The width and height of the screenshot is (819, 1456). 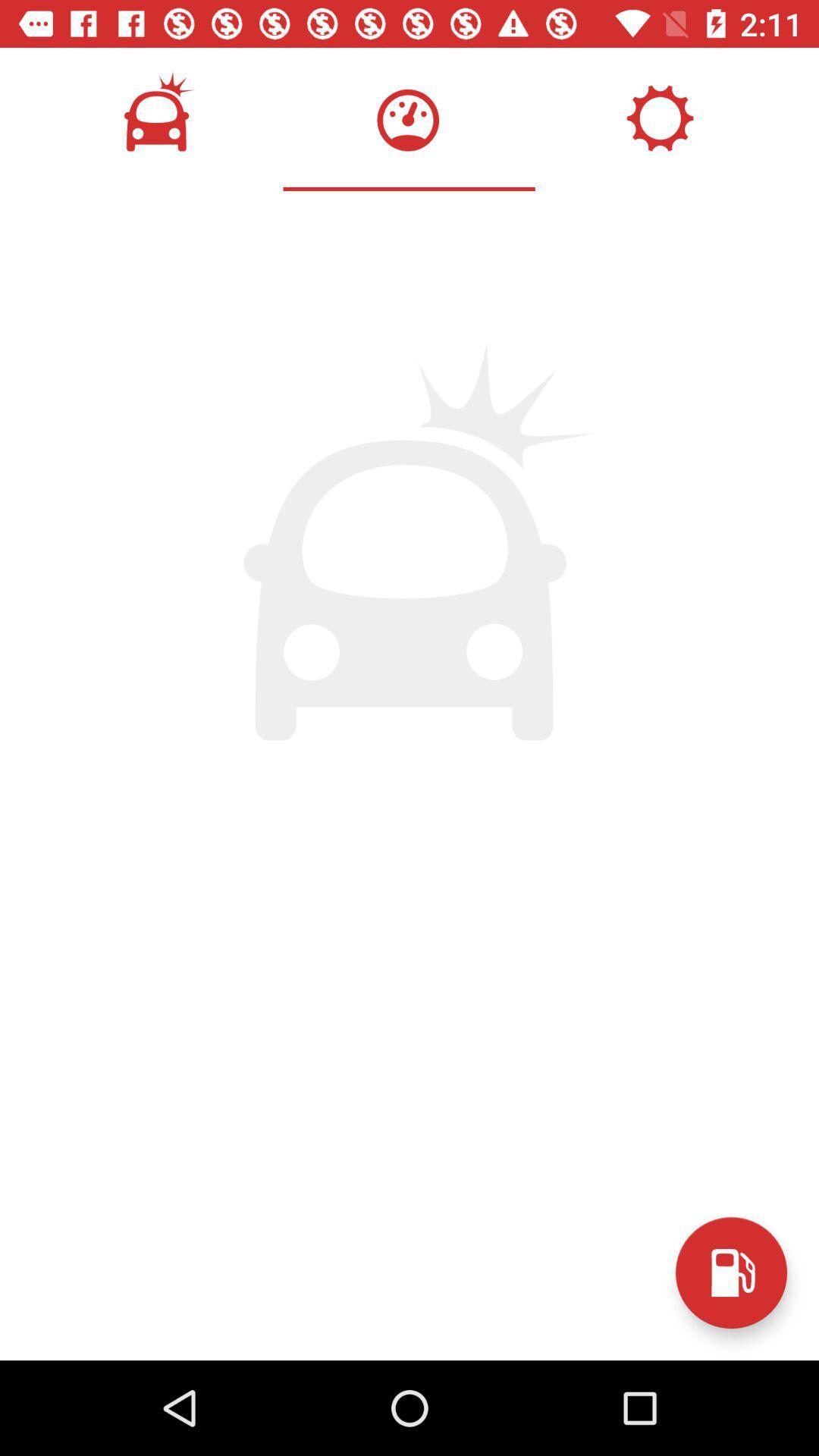 What do you see at coordinates (730, 1272) in the screenshot?
I see `gas locations` at bounding box center [730, 1272].